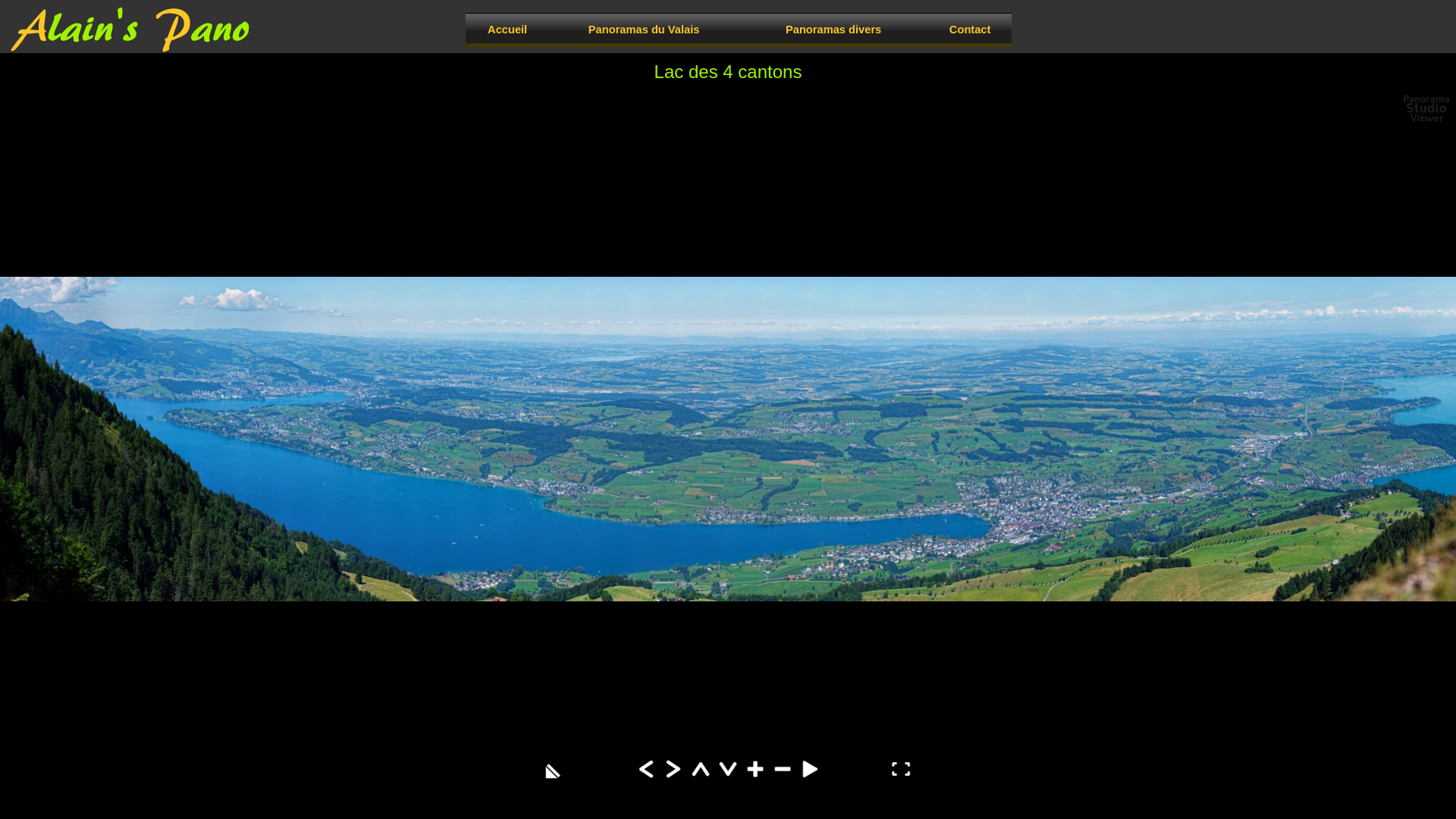 The height and width of the screenshot is (819, 1456). I want to click on 'Panoramas du Valais', so click(644, 29).